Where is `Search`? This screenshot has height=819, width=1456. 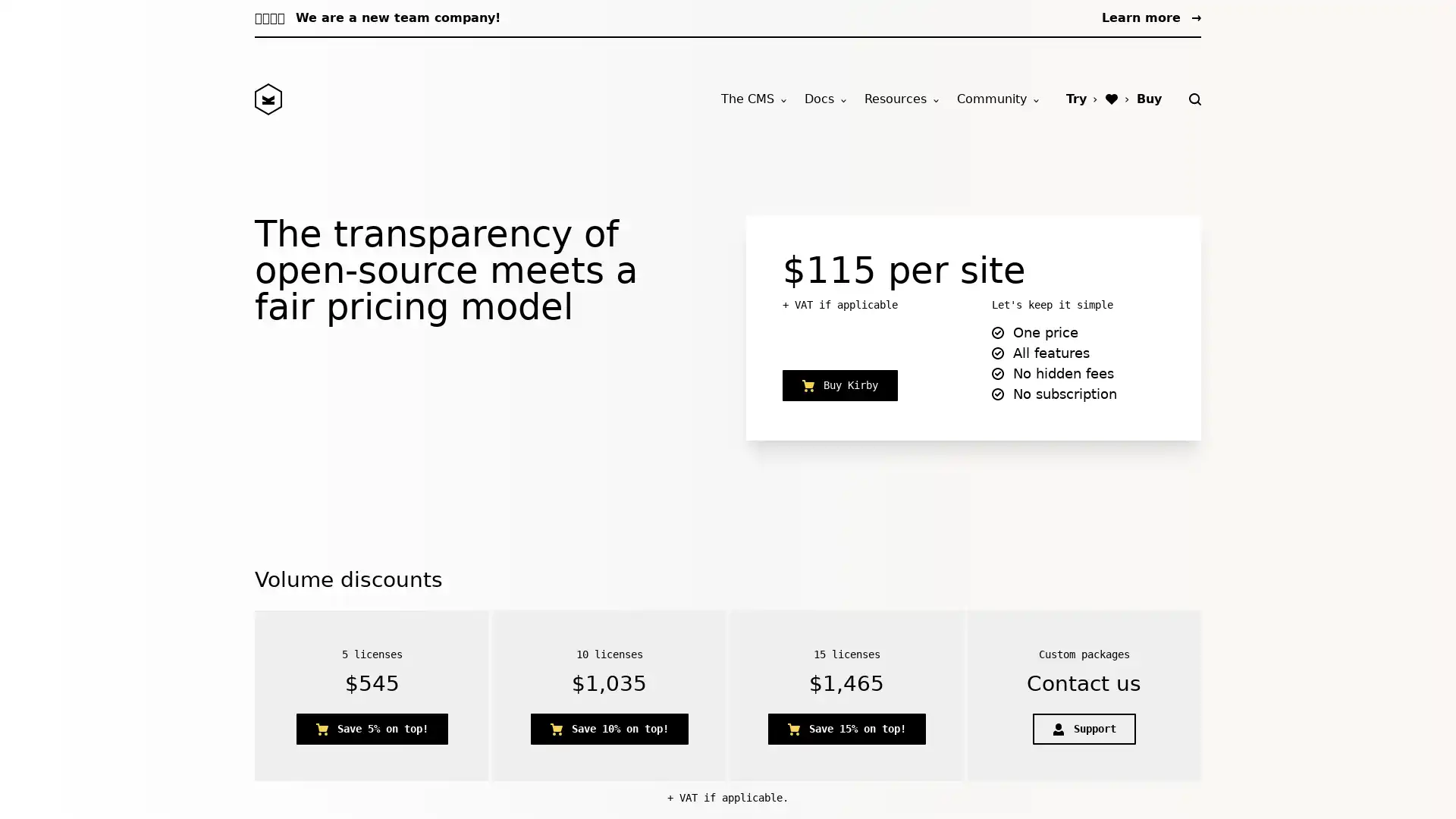 Search is located at coordinates (1194, 99).